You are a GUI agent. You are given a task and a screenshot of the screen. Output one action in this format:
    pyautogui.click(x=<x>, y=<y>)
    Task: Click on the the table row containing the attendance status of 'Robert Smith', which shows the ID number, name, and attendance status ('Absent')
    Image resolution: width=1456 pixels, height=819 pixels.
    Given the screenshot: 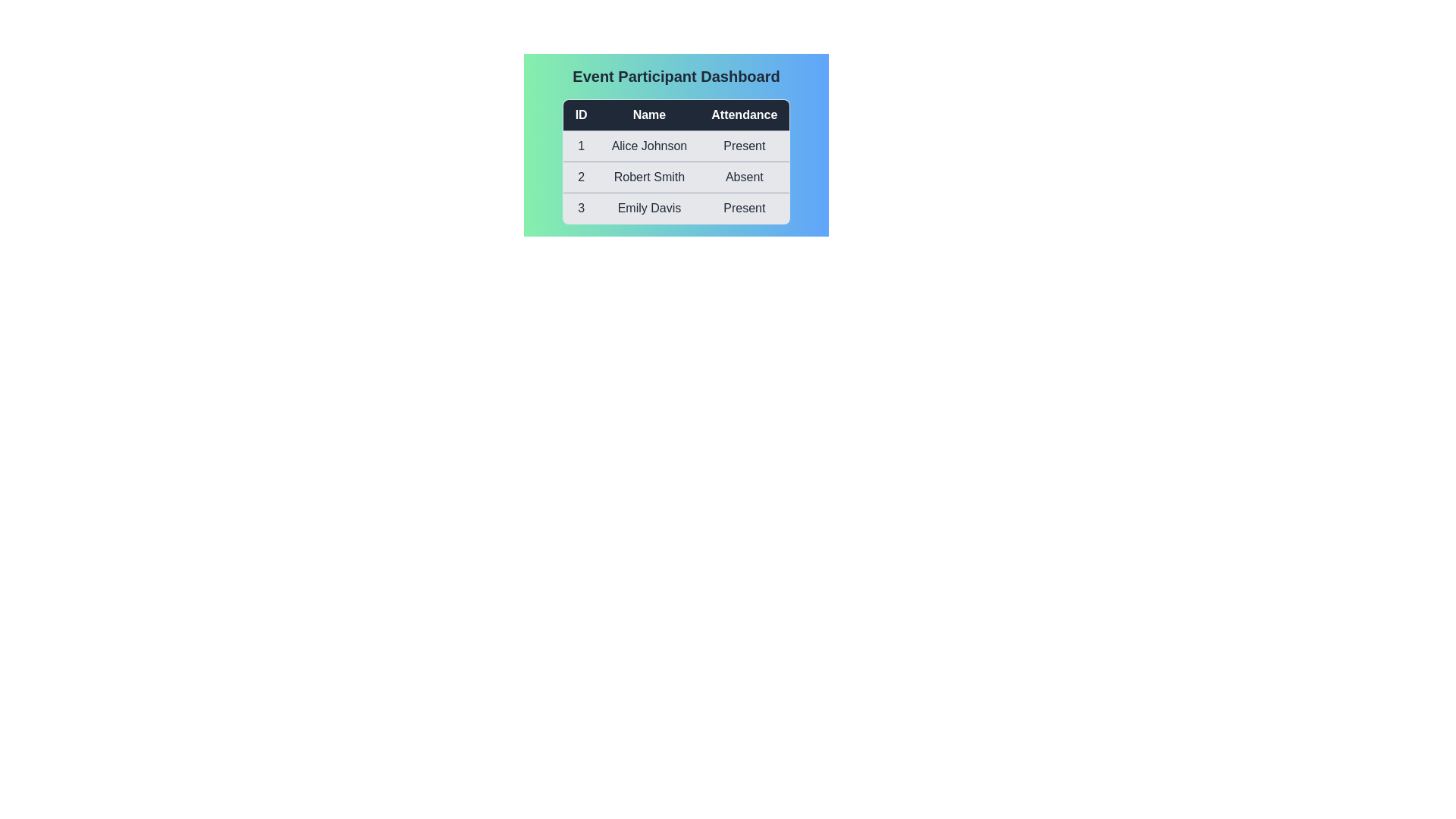 What is the action you would take?
    pyautogui.click(x=676, y=177)
    